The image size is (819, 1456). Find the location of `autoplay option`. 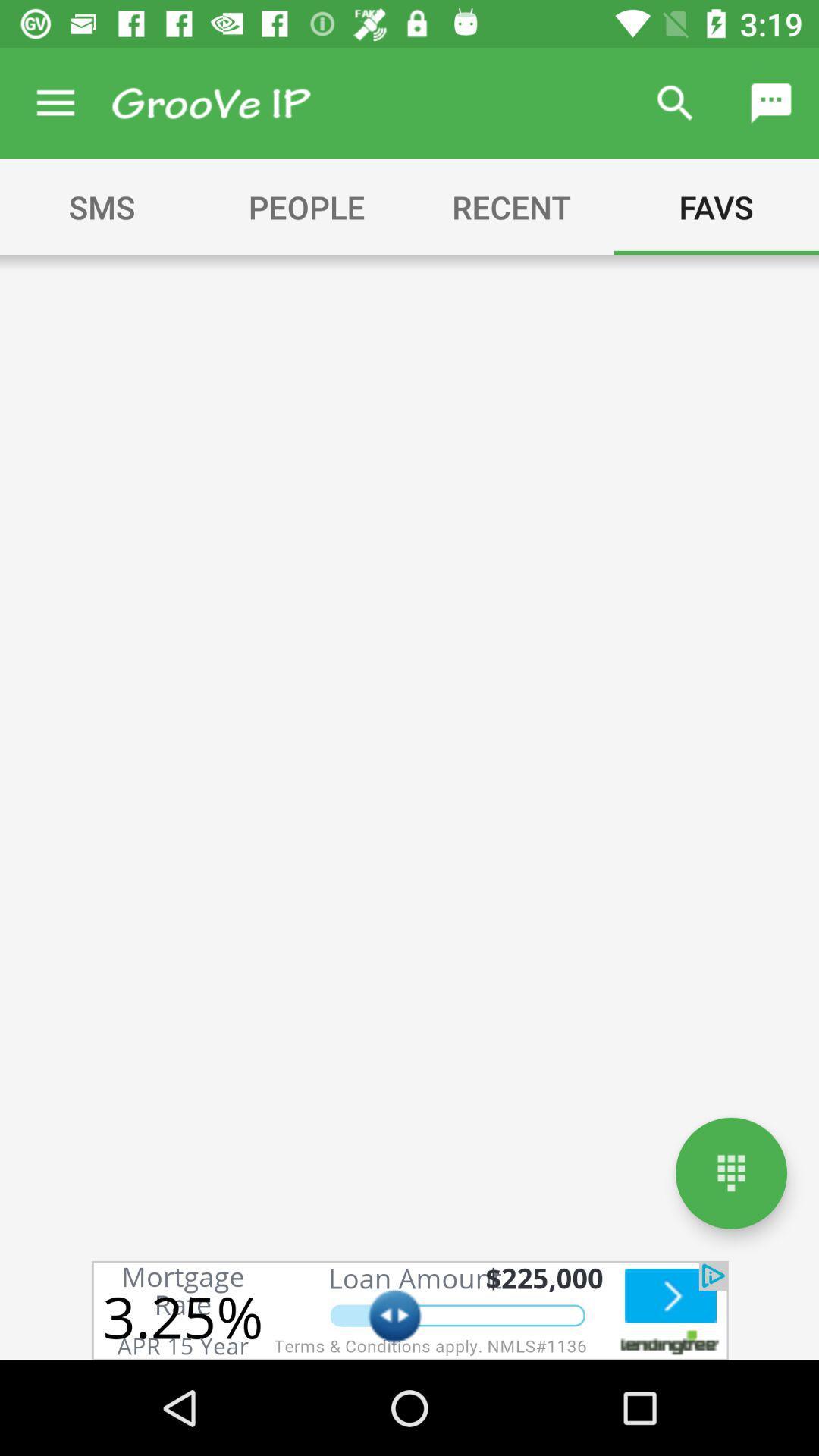

autoplay option is located at coordinates (409, 1310).